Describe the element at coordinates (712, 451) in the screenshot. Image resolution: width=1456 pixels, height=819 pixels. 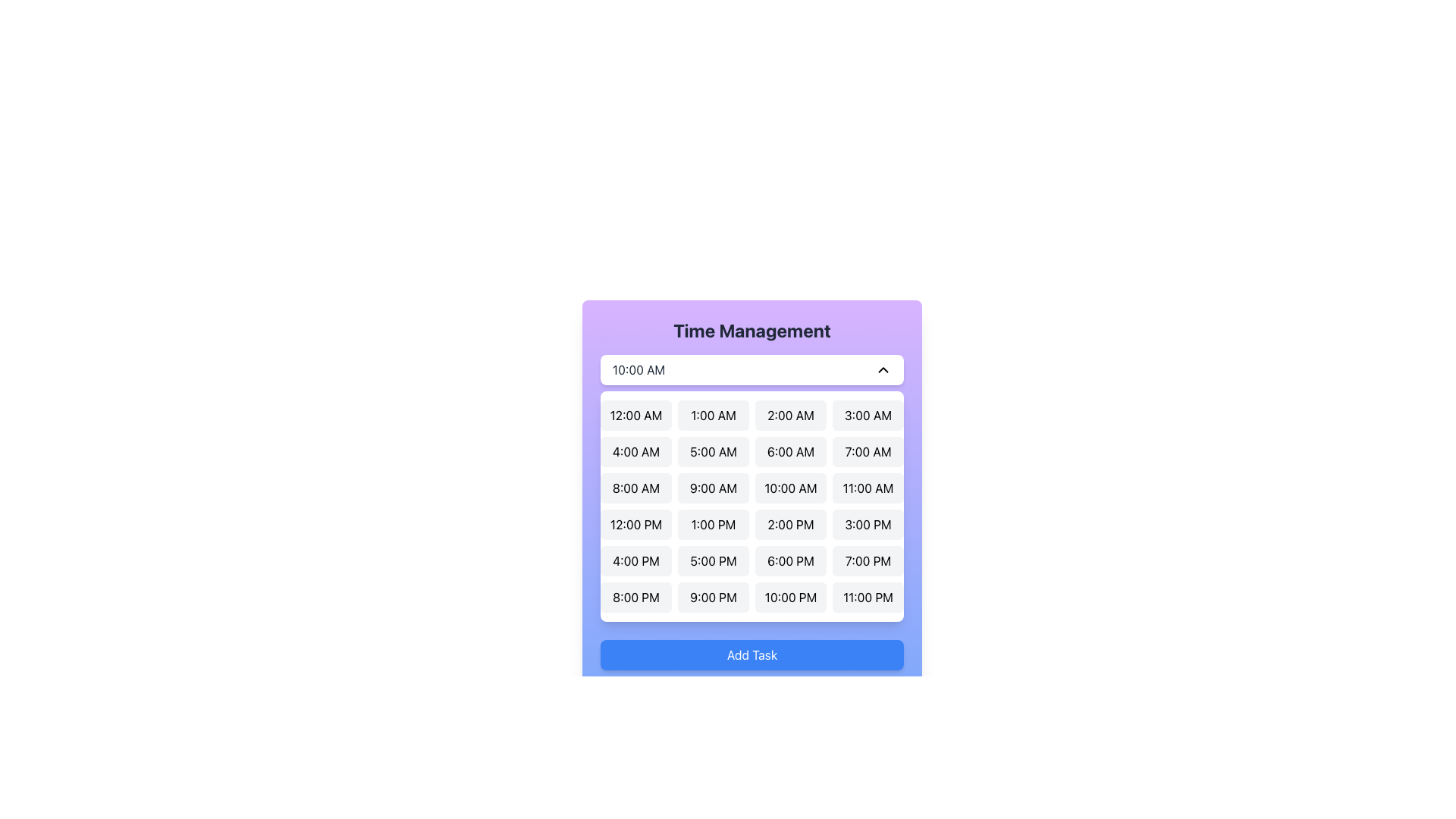
I see `the rectangular button with the text '5:00 AM'` at that location.